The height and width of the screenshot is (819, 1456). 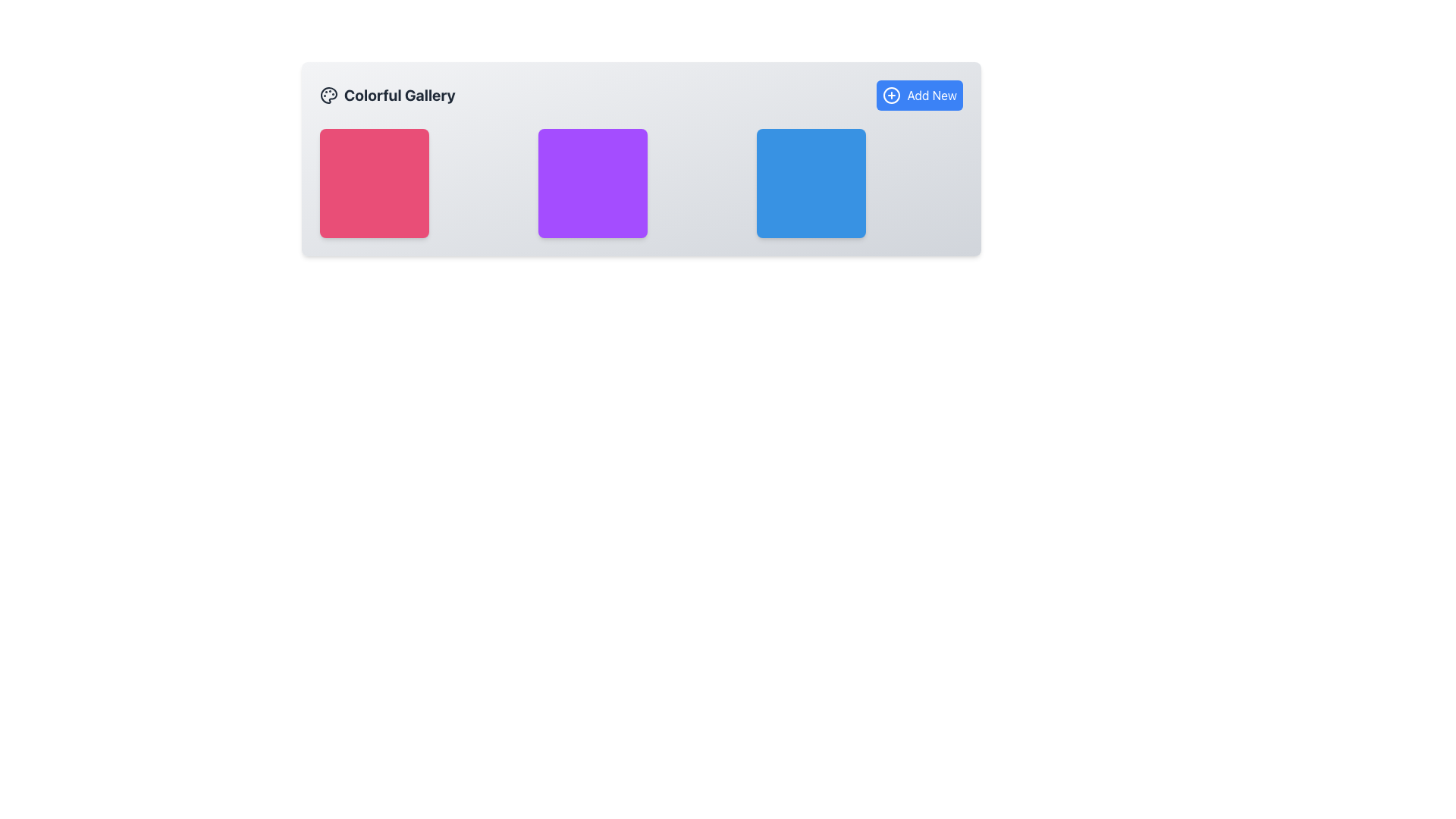 What do you see at coordinates (388, 96) in the screenshot?
I see `the 'Colorful Gallery' static text element which has a bold font and a palette icon to its left` at bounding box center [388, 96].